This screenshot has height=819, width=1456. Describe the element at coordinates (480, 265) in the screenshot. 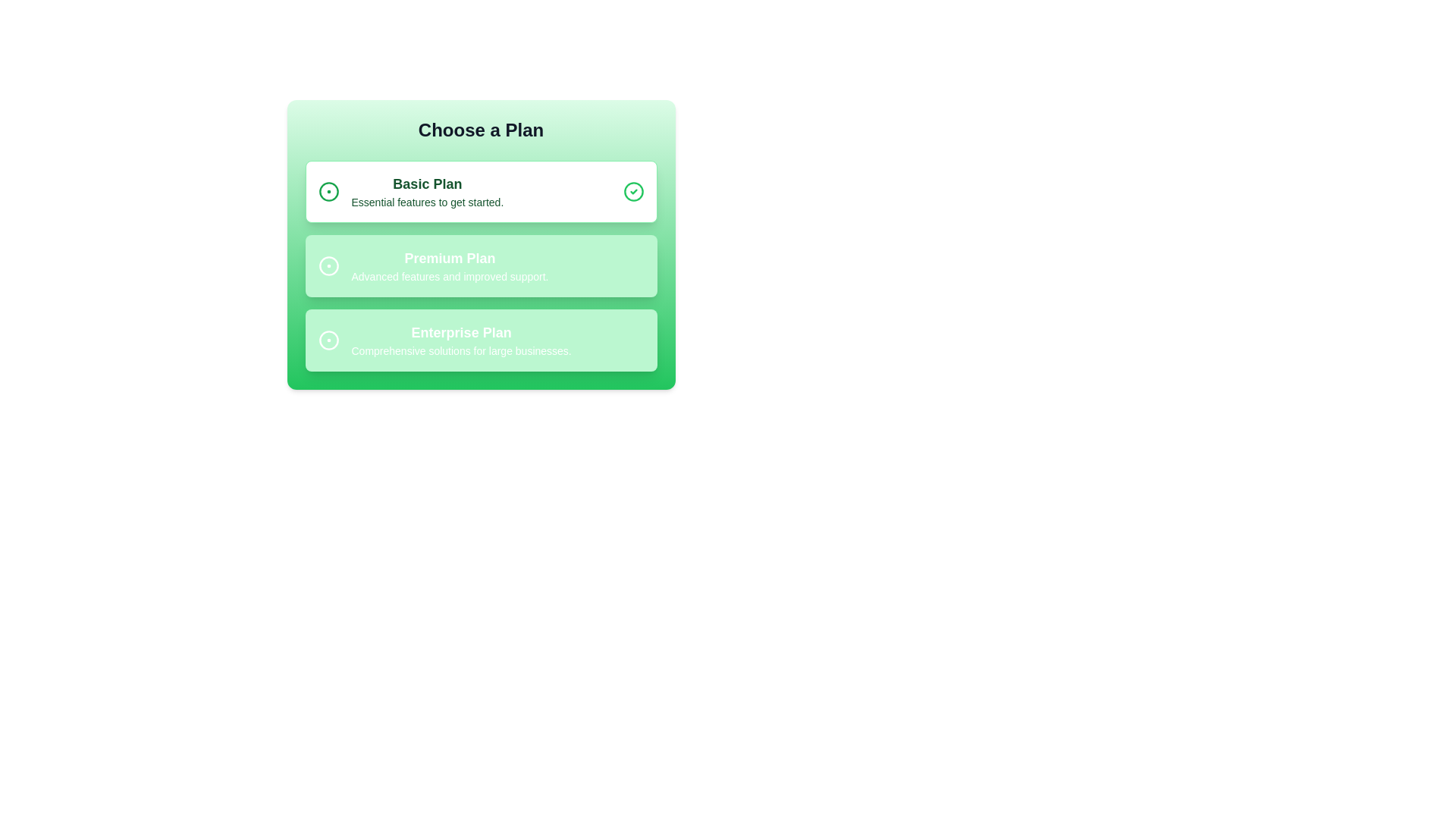

I see `one of the options in the vertically stacked selection menu located in the center of the UI layout, below the text 'Choose a Plan'` at that location.